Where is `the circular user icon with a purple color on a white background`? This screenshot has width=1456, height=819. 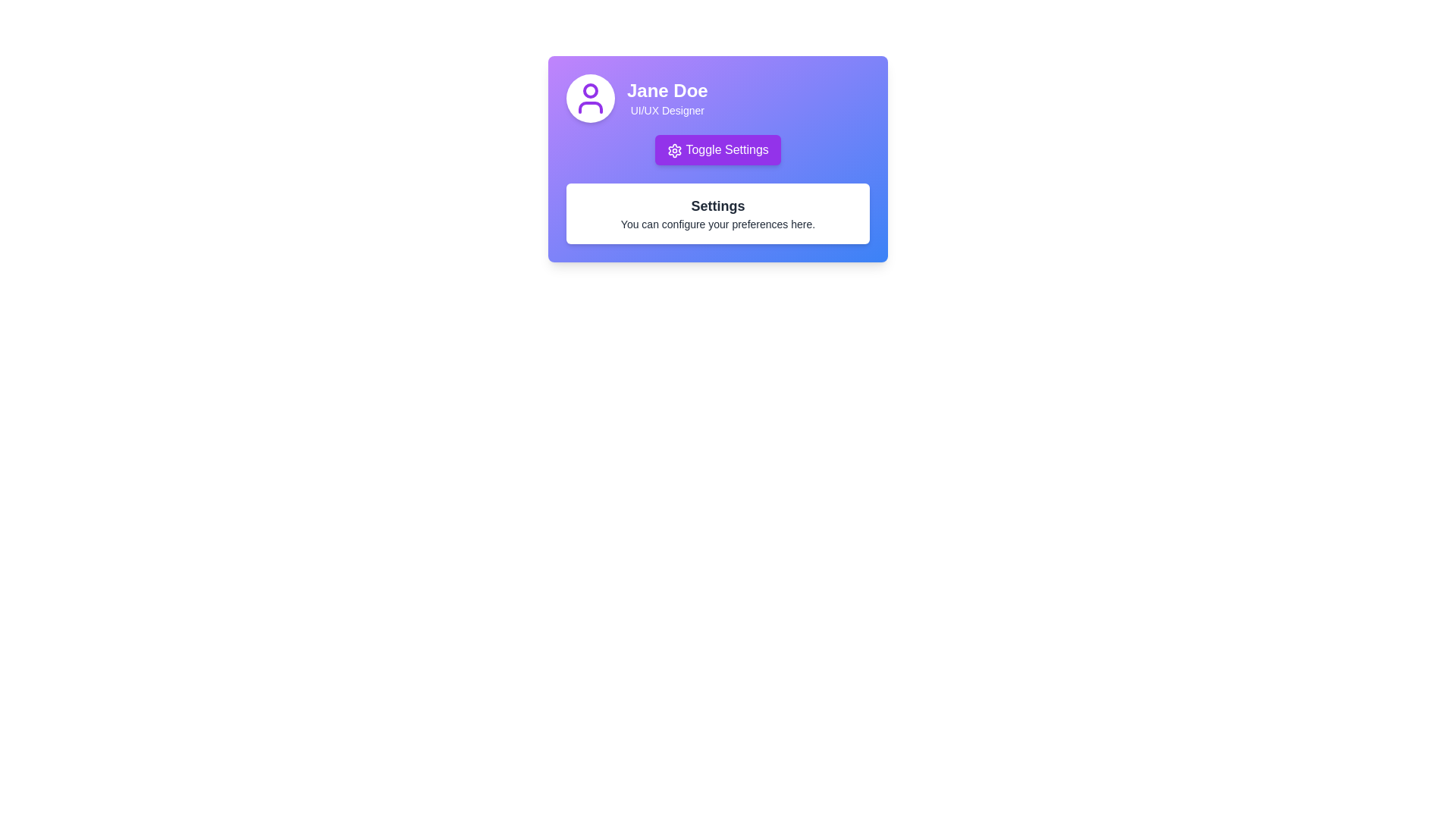 the circular user icon with a purple color on a white background is located at coordinates (589, 99).